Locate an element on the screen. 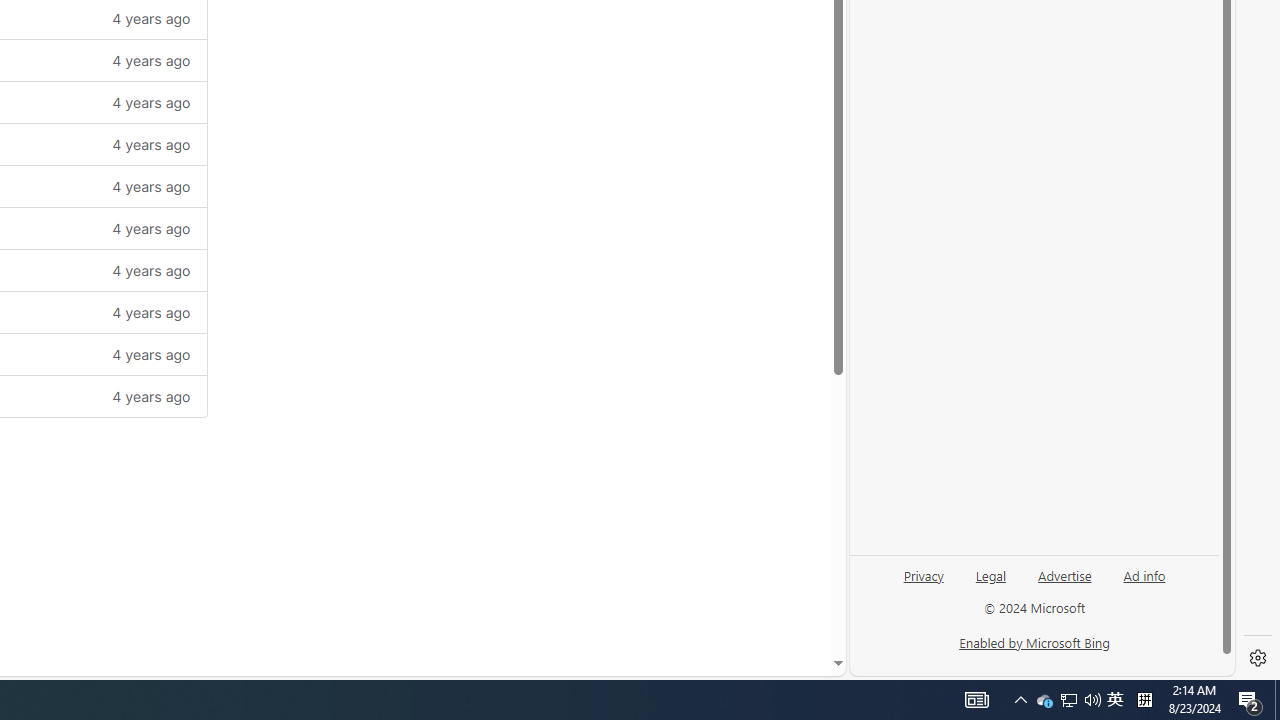 The height and width of the screenshot is (720, 1280). 'Legal' is located at coordinates (990, 583).